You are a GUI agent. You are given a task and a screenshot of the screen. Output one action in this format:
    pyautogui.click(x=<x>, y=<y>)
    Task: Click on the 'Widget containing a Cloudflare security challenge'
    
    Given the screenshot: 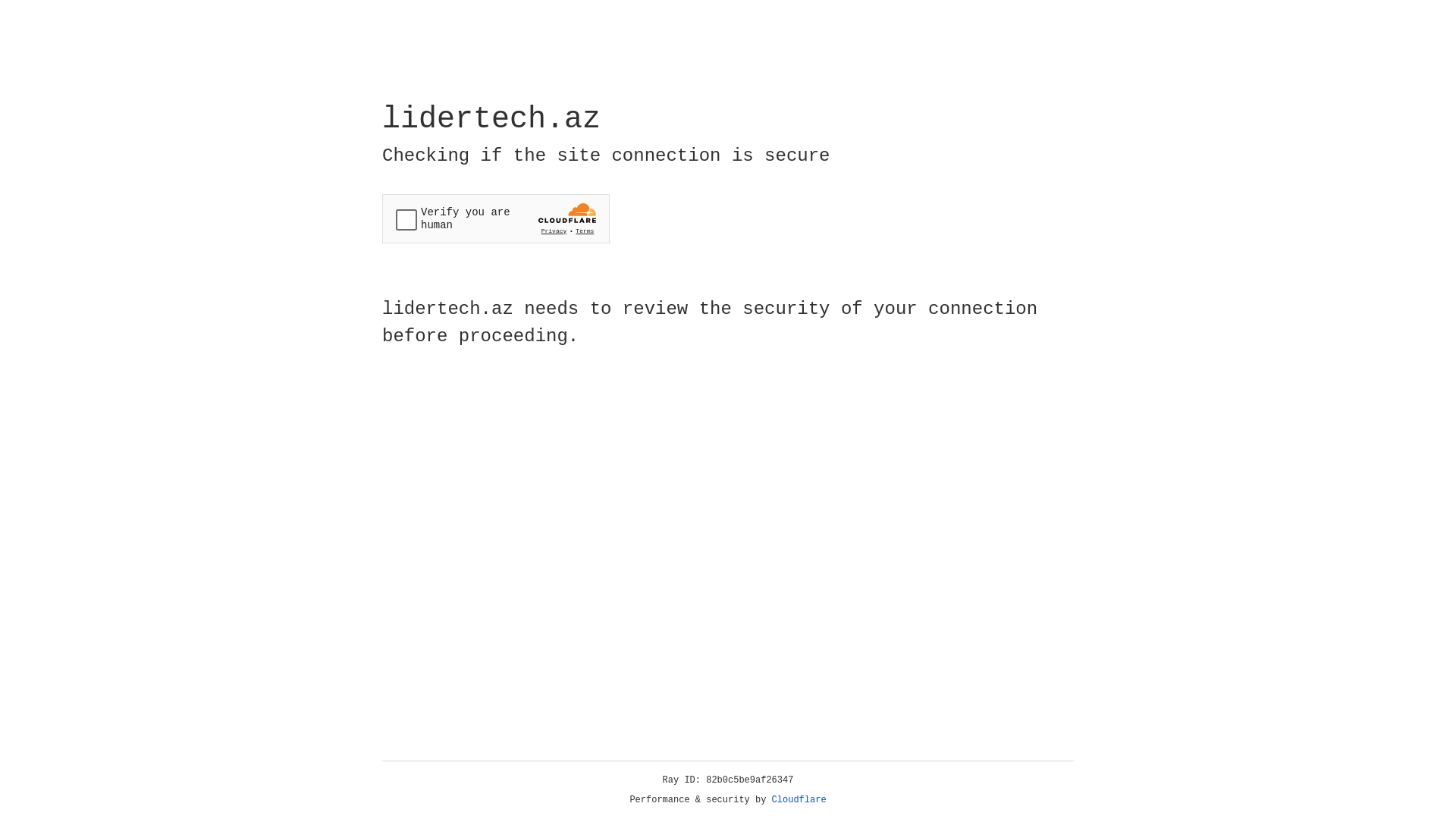 What is the action you would take?
    pyautogui.click(x=495, y=218)
    